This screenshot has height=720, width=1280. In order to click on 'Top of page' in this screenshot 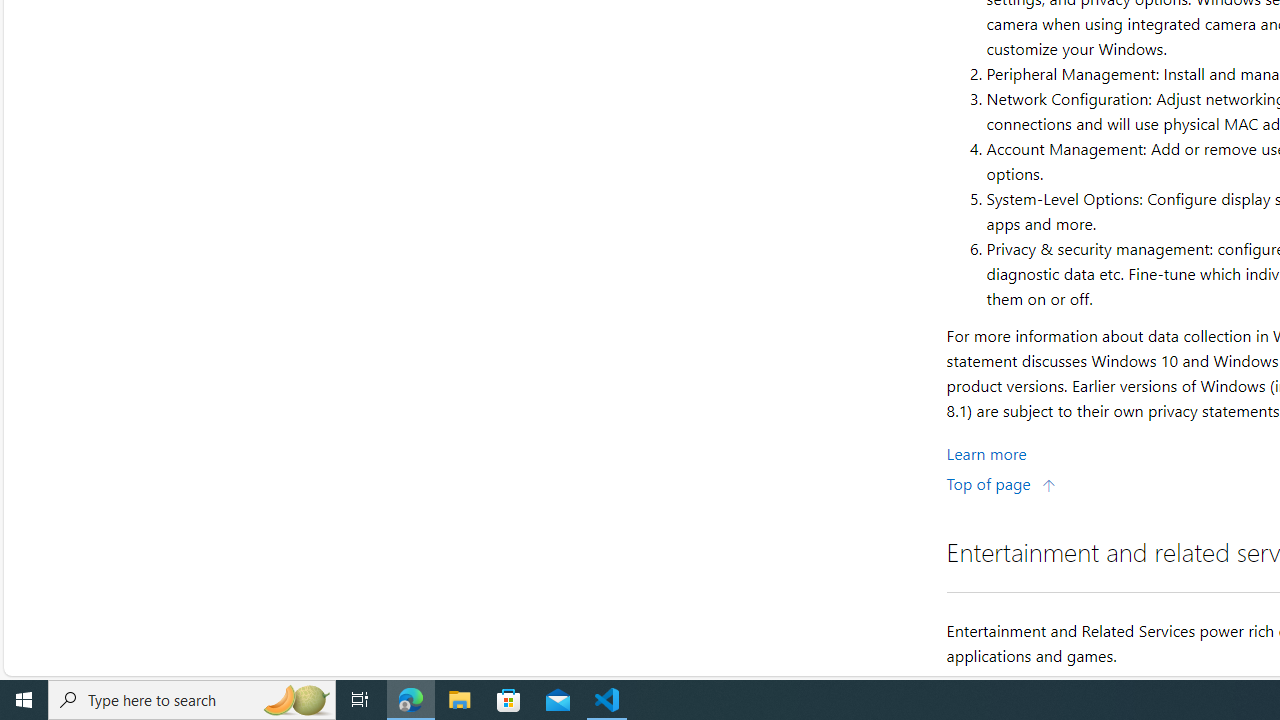, I will do `click(1001, 483)`.